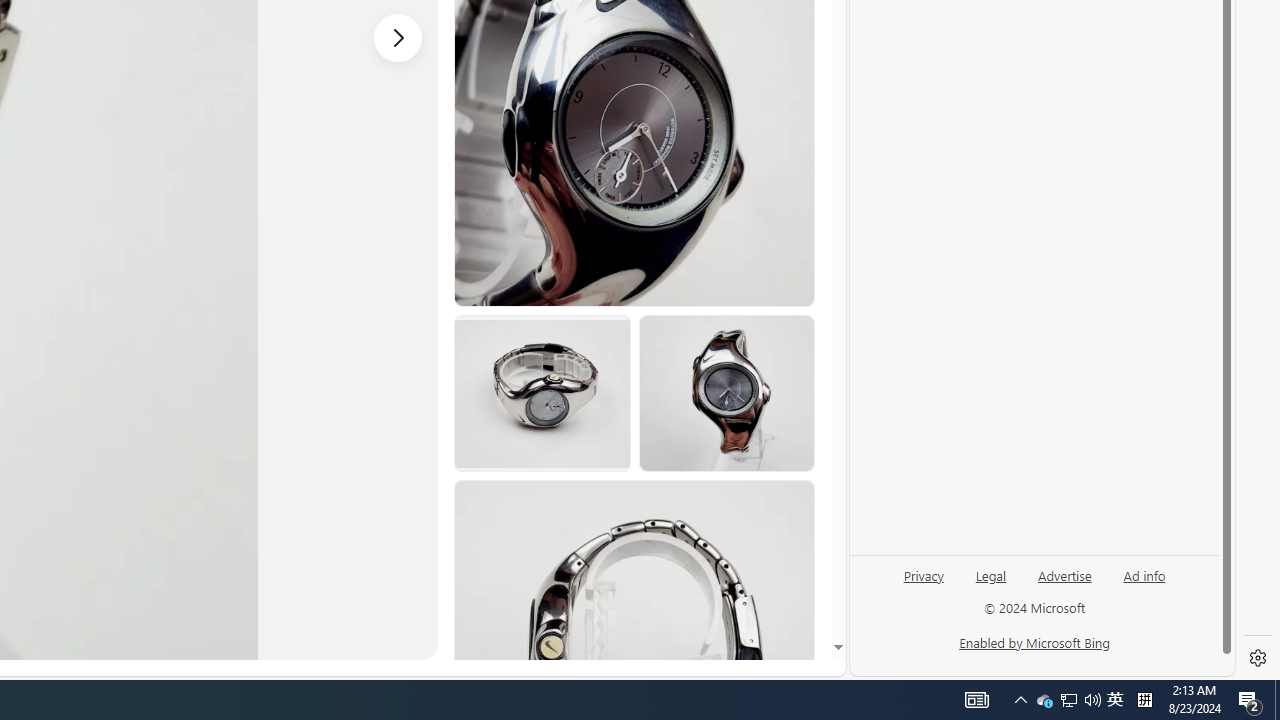 The height and width of the screenshot is (720, 1280). What do you see at coordinates (1144, 583) in the screenshot?
I see `'Ad info'` at bounding box center [1144, 583].